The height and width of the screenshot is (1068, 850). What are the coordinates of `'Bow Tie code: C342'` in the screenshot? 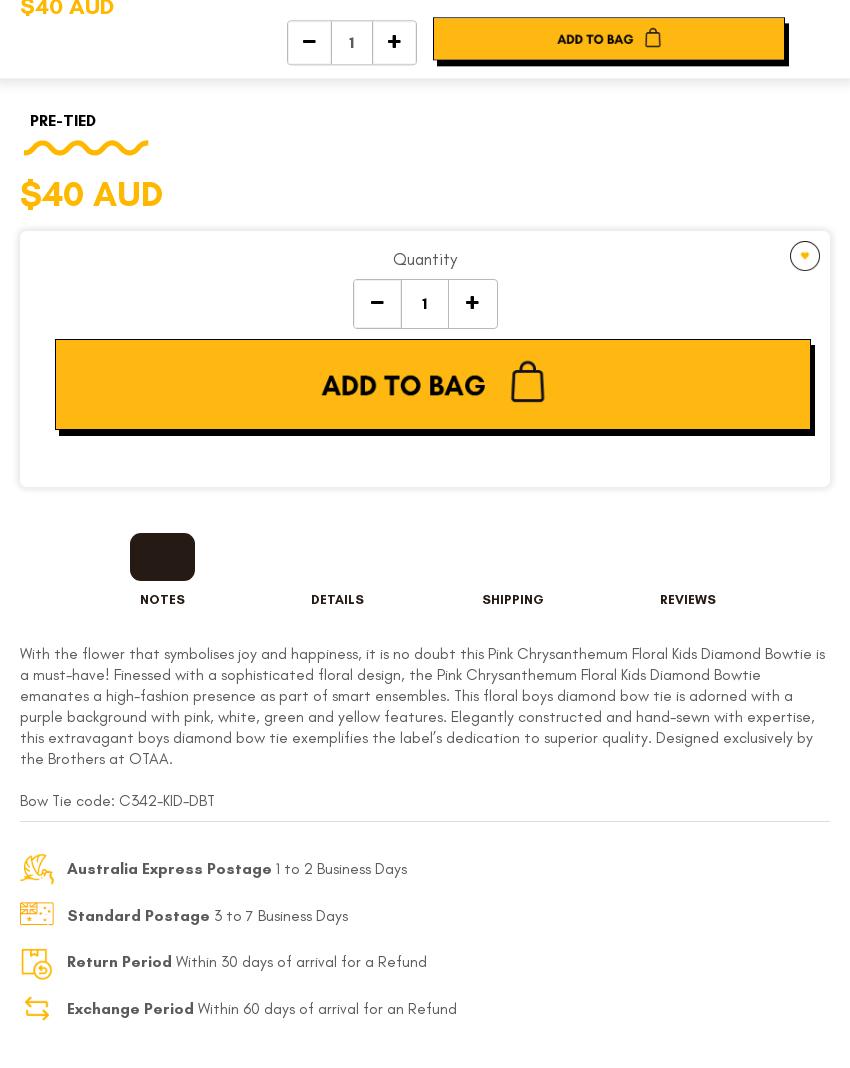 It's located at (87, 799).